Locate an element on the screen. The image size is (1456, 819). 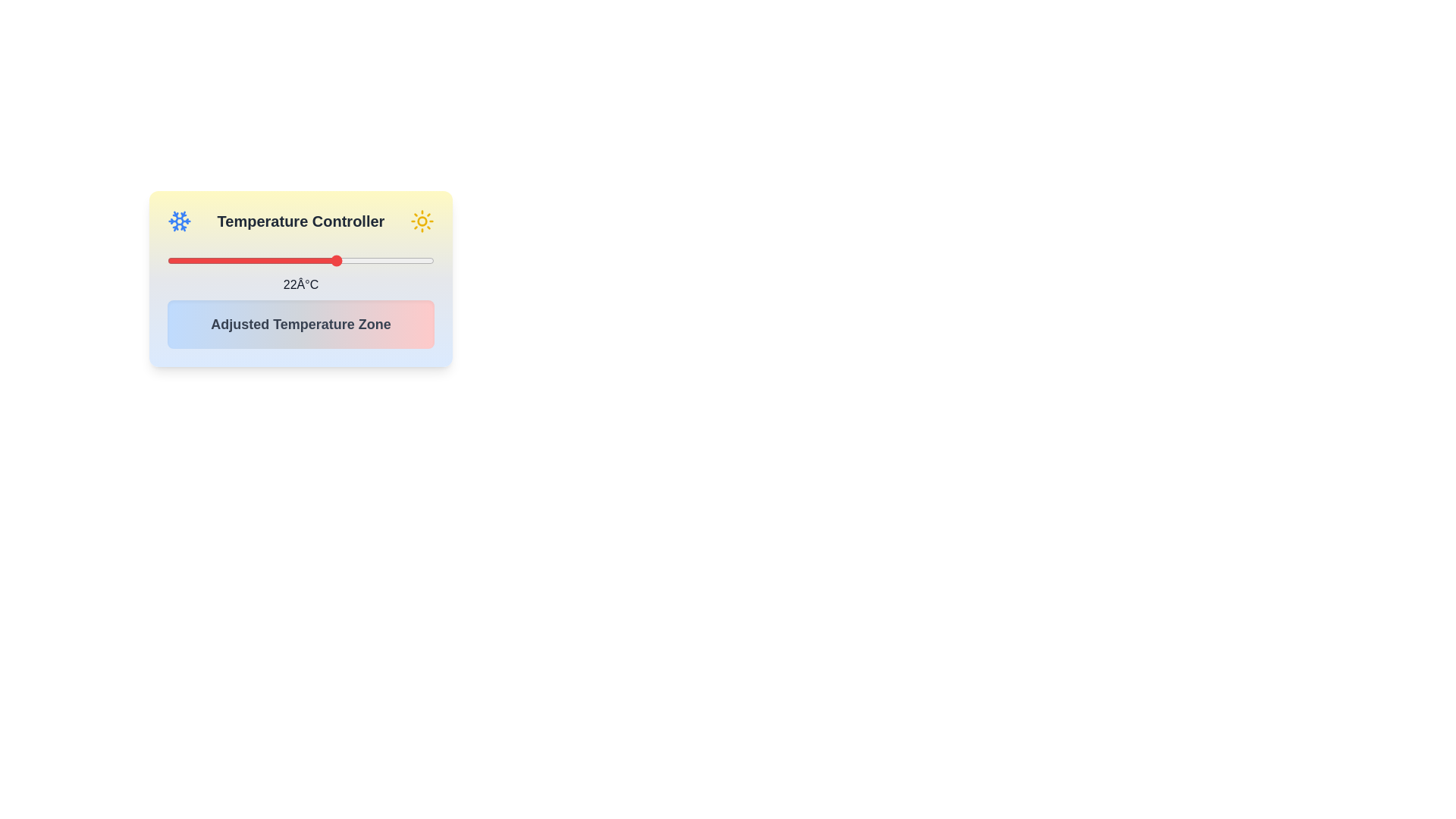
the Informational panel located below the slider with the '22°C' label in the 'Temperature Controller' card is located at coordinates (301, 297).